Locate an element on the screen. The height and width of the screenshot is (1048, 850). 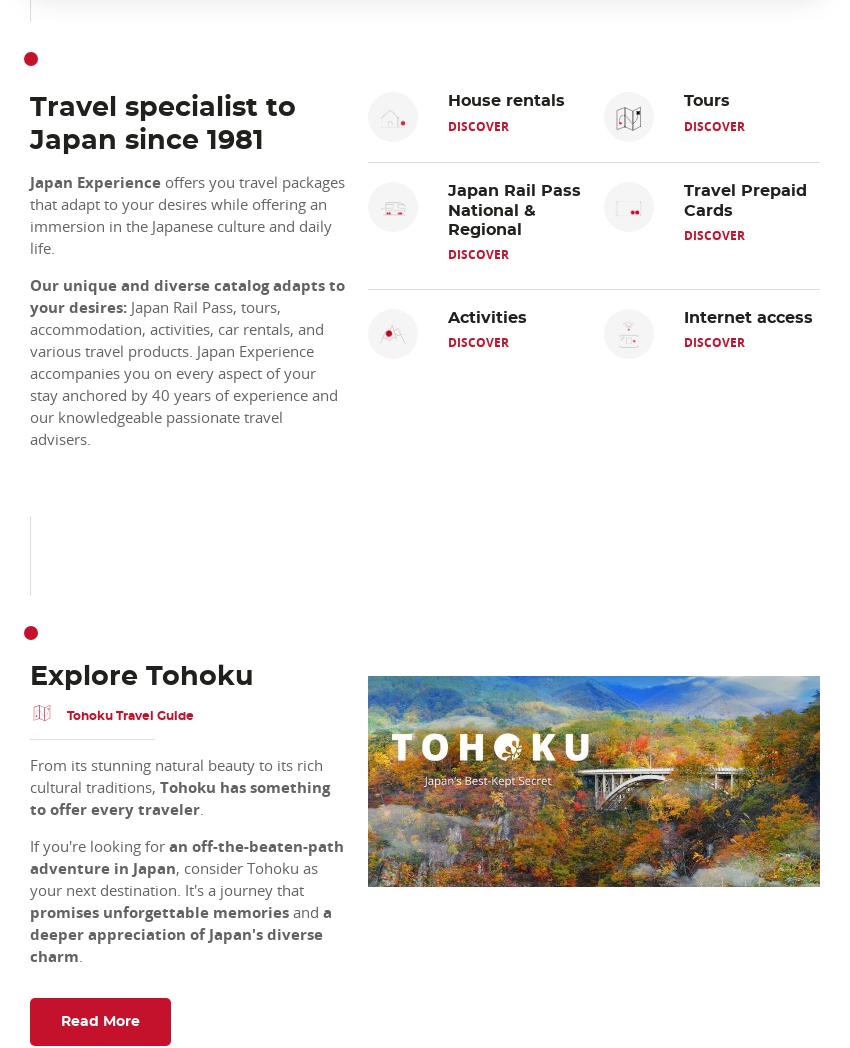
'offers you travel packages that adapt to your desires while offering an immersion in the Japanese culture and daily life.' is located at coordinates (29, 214).